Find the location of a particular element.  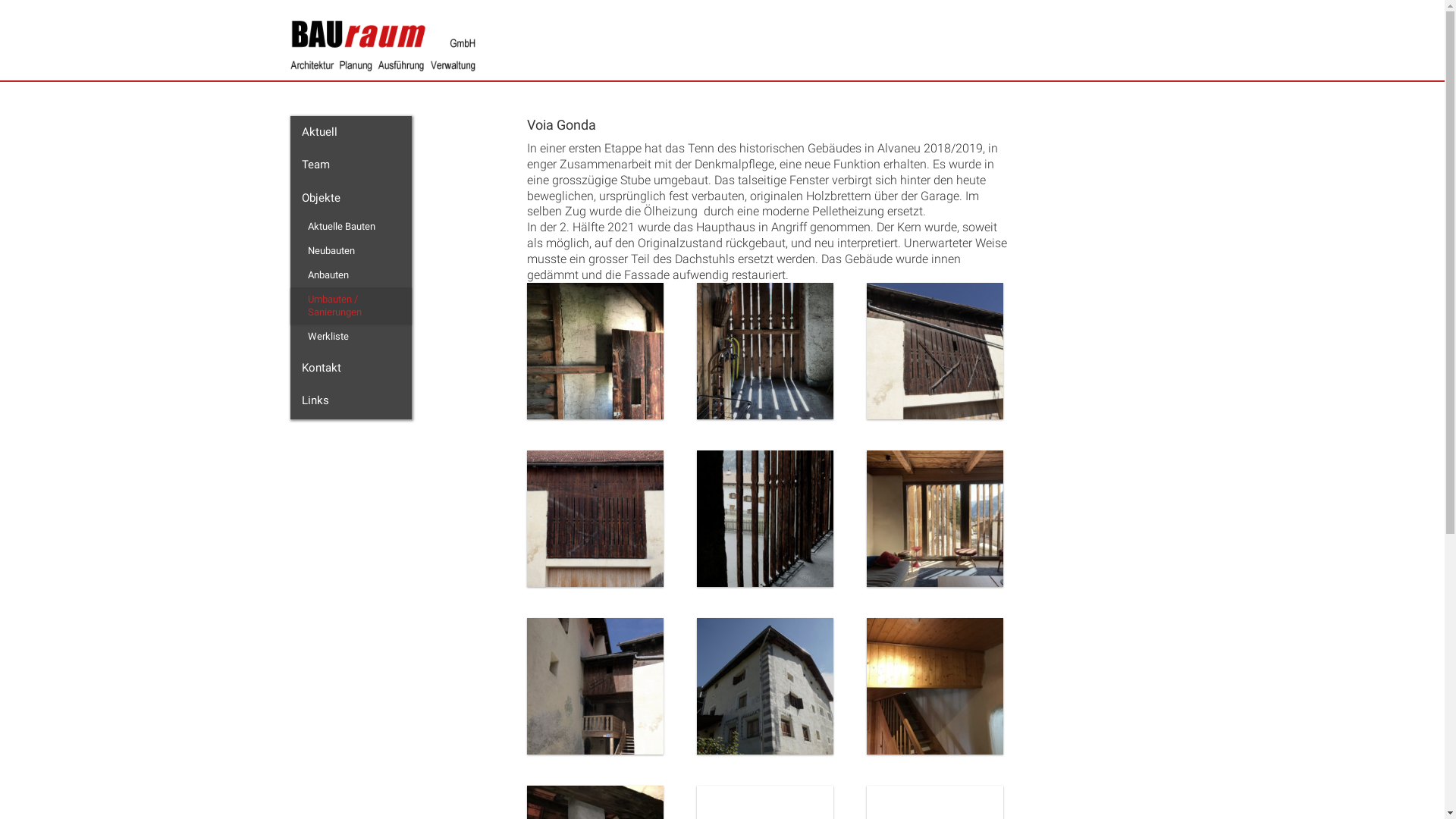

'Links' is located at coordinates (349, 400).